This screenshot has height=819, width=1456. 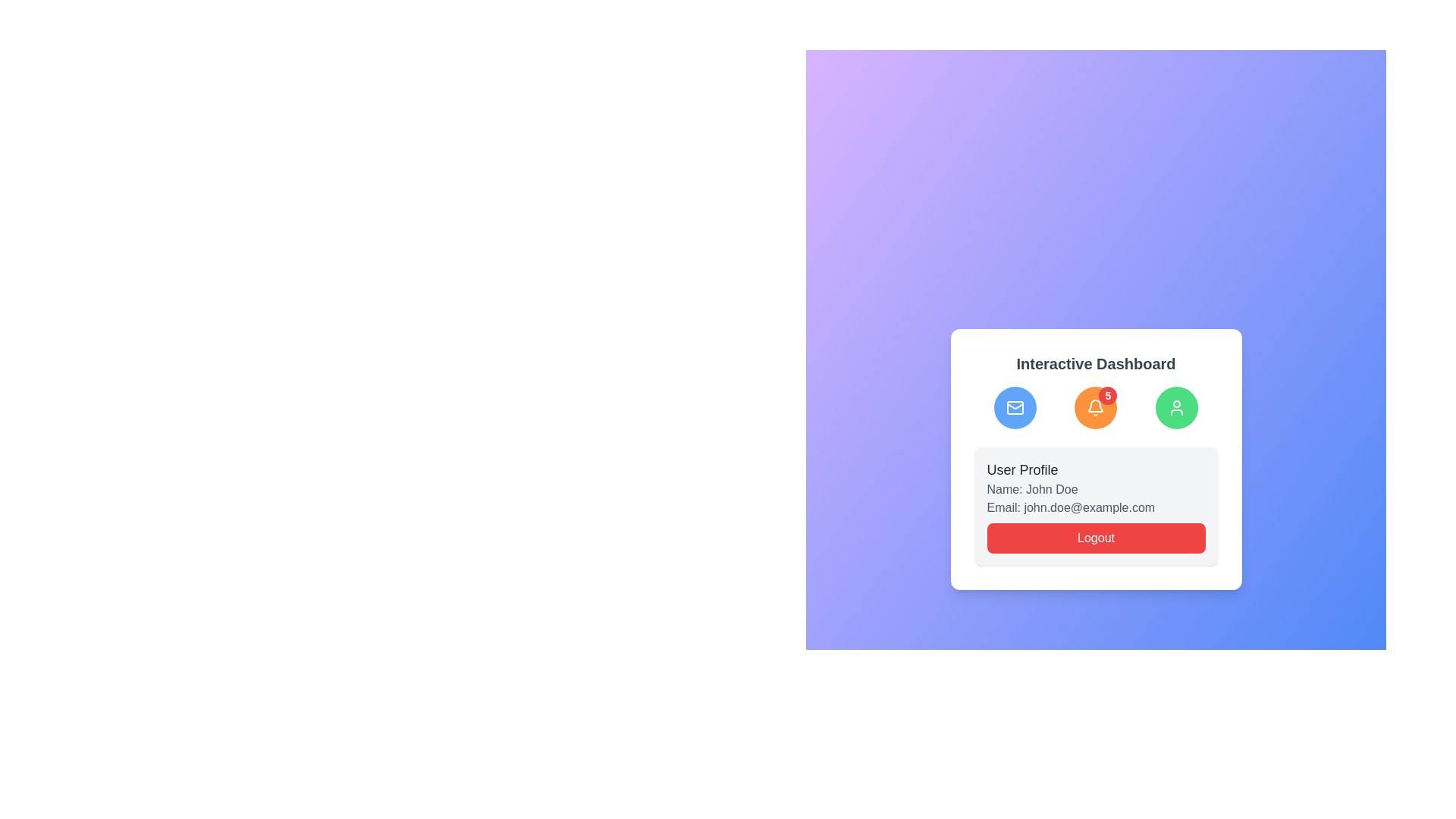 I want to click on the non-interactive badge displaying the count of unread notifications located at the top-right corner of the orange circular section of the notification bell button, so click(x=1108, y=394).